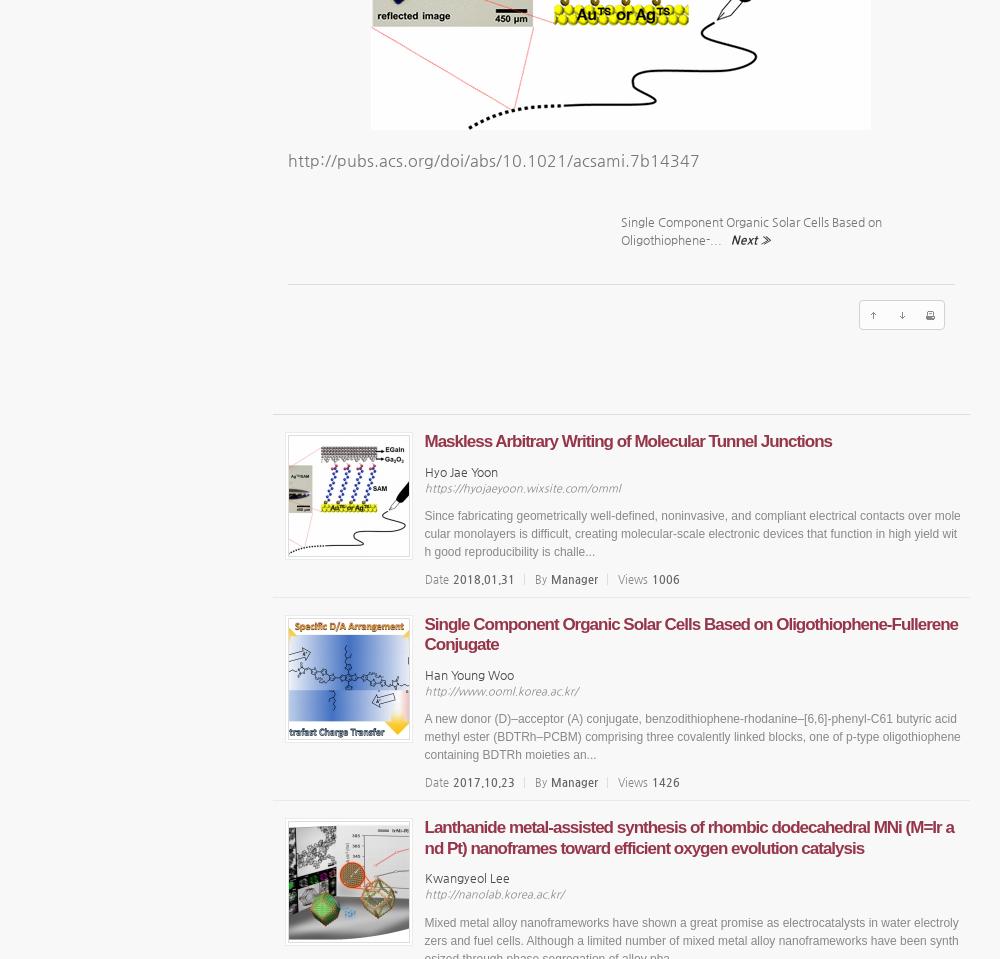 Image resolution: width=1000 pixels, height=959 pixels. What do you see at coordinates (492, 894) in the screenshot?
I see `'http://nanolab.korea.ac.kr/'` at bounding box center [492, 894].